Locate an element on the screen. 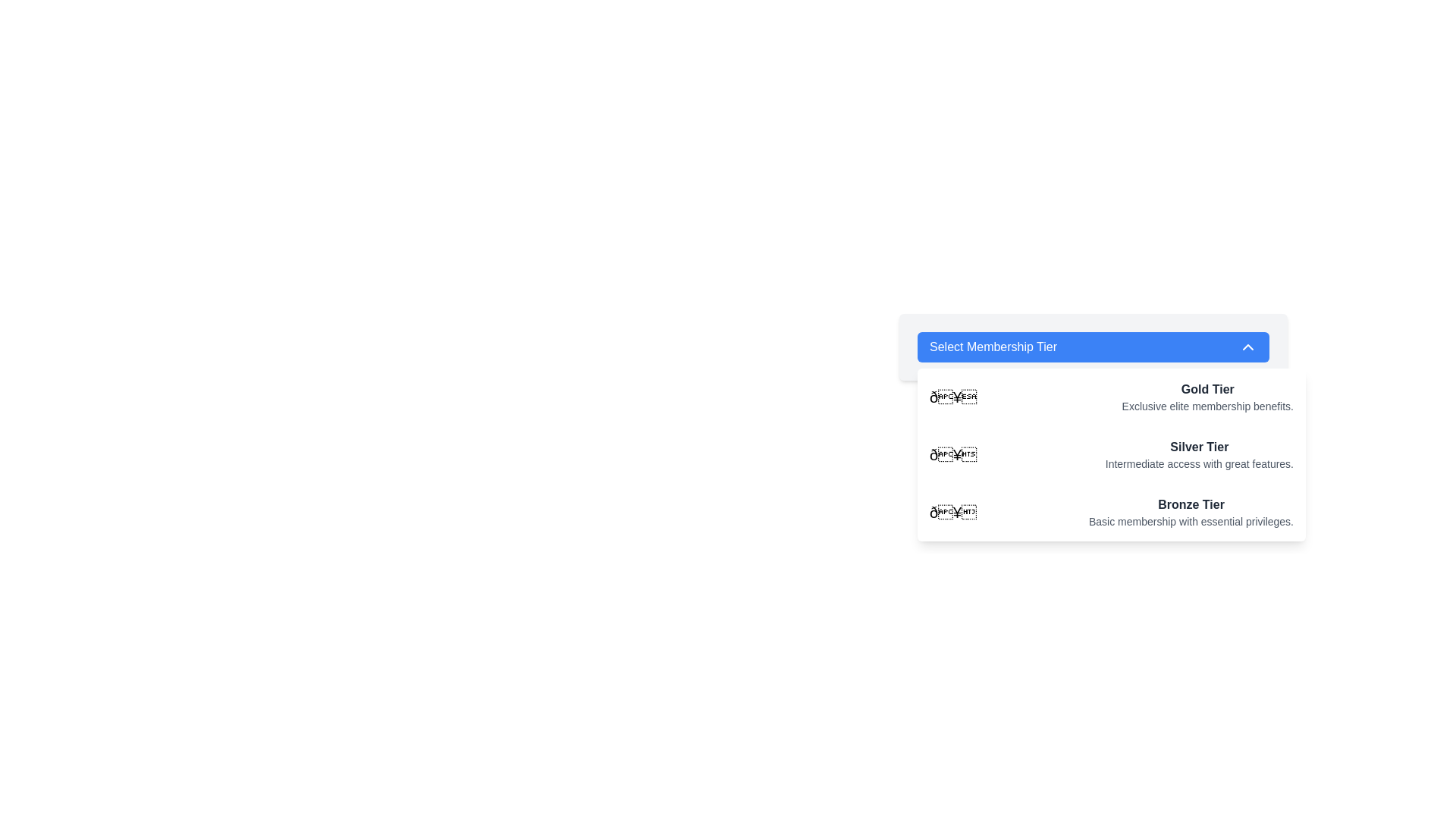 The width and height of the screenshot is (1456, 819). the 'Bronze Tier' text label in the 'Select Membership Tier' dropdown menu, which is located at the bottom of the three-item list, directly above the description text 'Basic membership with essential privileges.' is located at coordinates (1190, 505).